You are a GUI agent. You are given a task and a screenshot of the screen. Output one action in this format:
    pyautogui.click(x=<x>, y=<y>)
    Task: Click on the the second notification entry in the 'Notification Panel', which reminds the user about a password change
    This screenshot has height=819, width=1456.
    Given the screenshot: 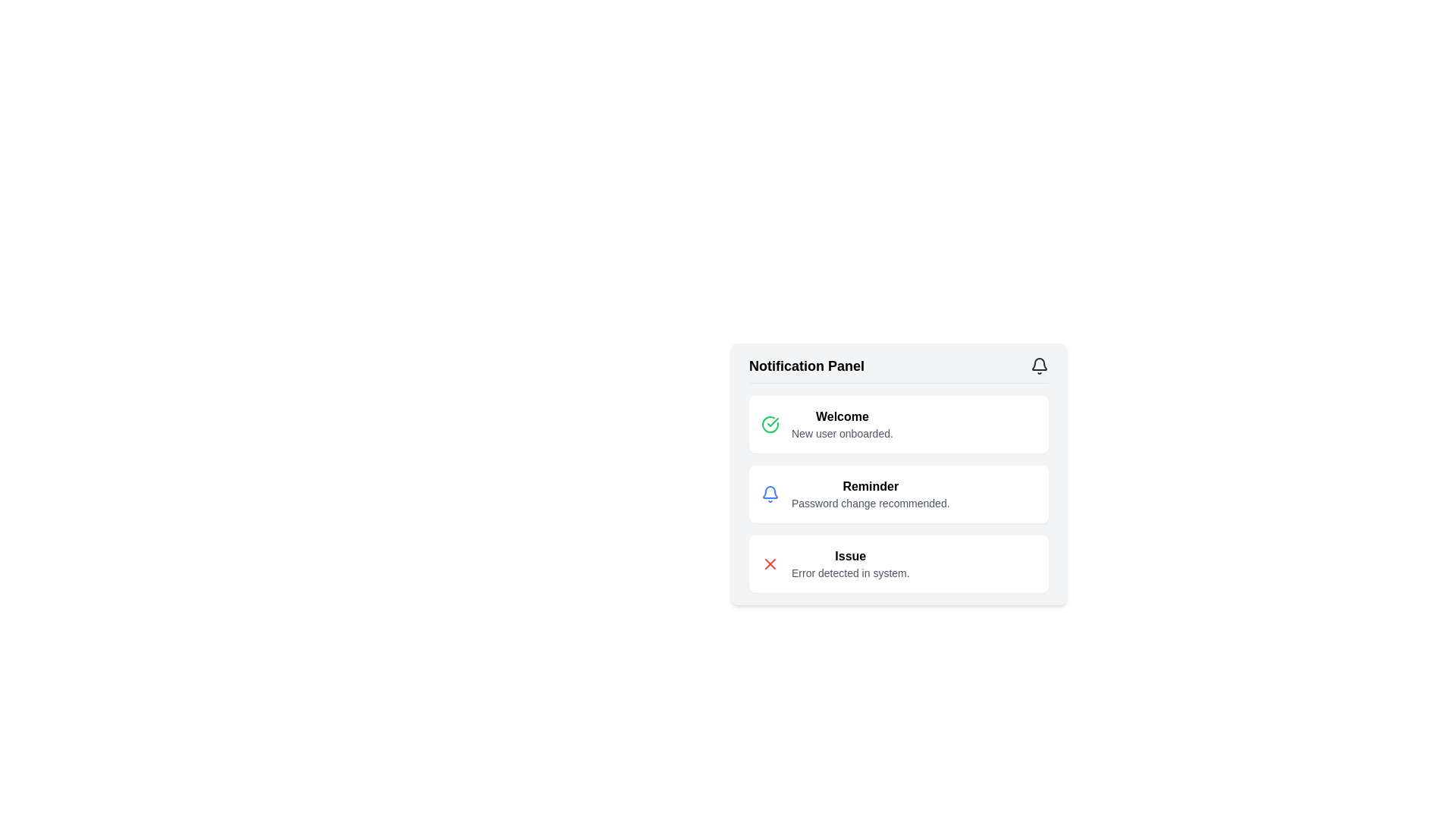 What is the action you would take?
    pyautogui.click(x=899, y=473)
    